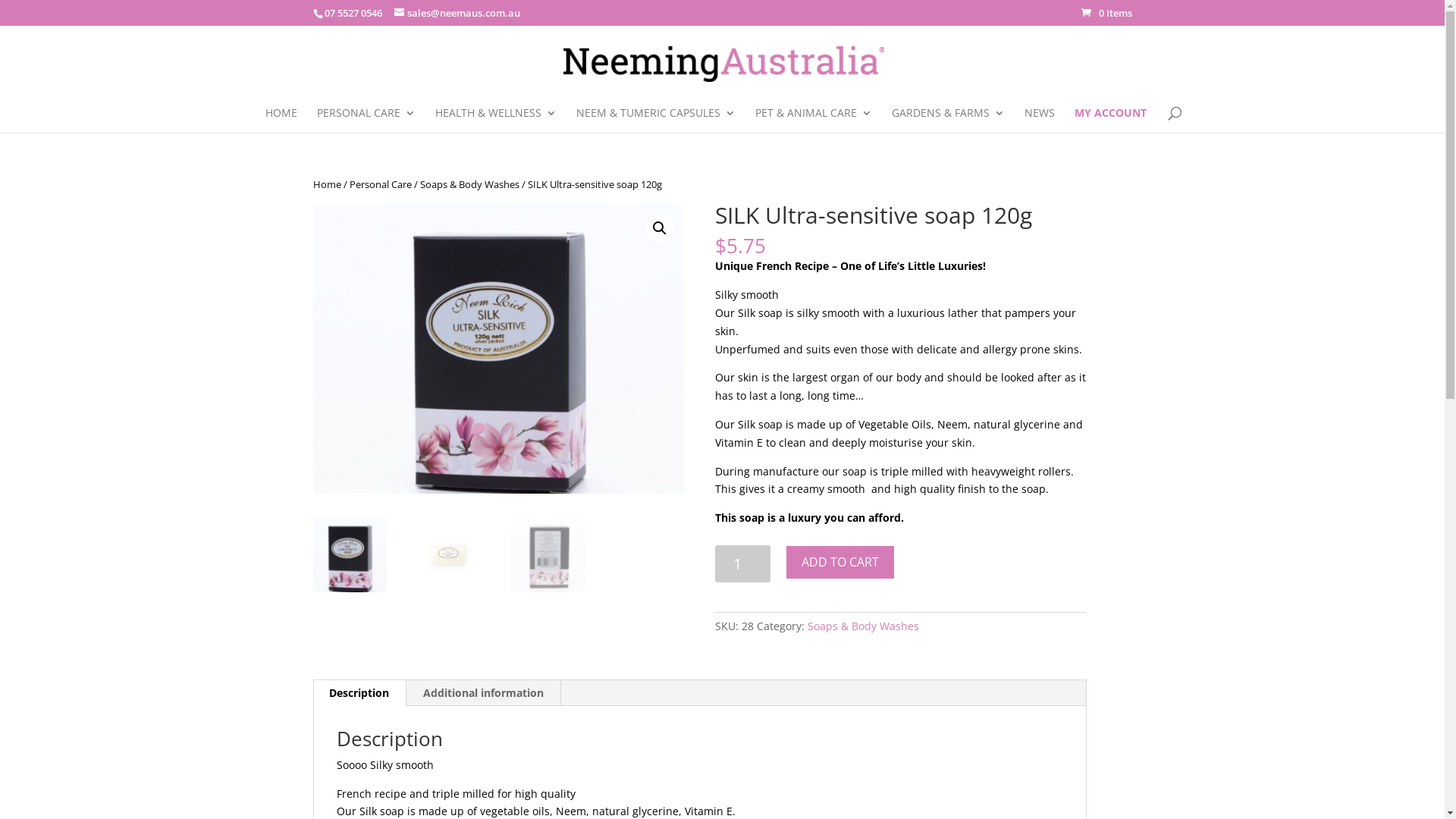 The image size is (1456, 819). What do you see at coordinates (281, 119) in the screenshot?
I see `'HOME'` at bounding box center [281, 119].